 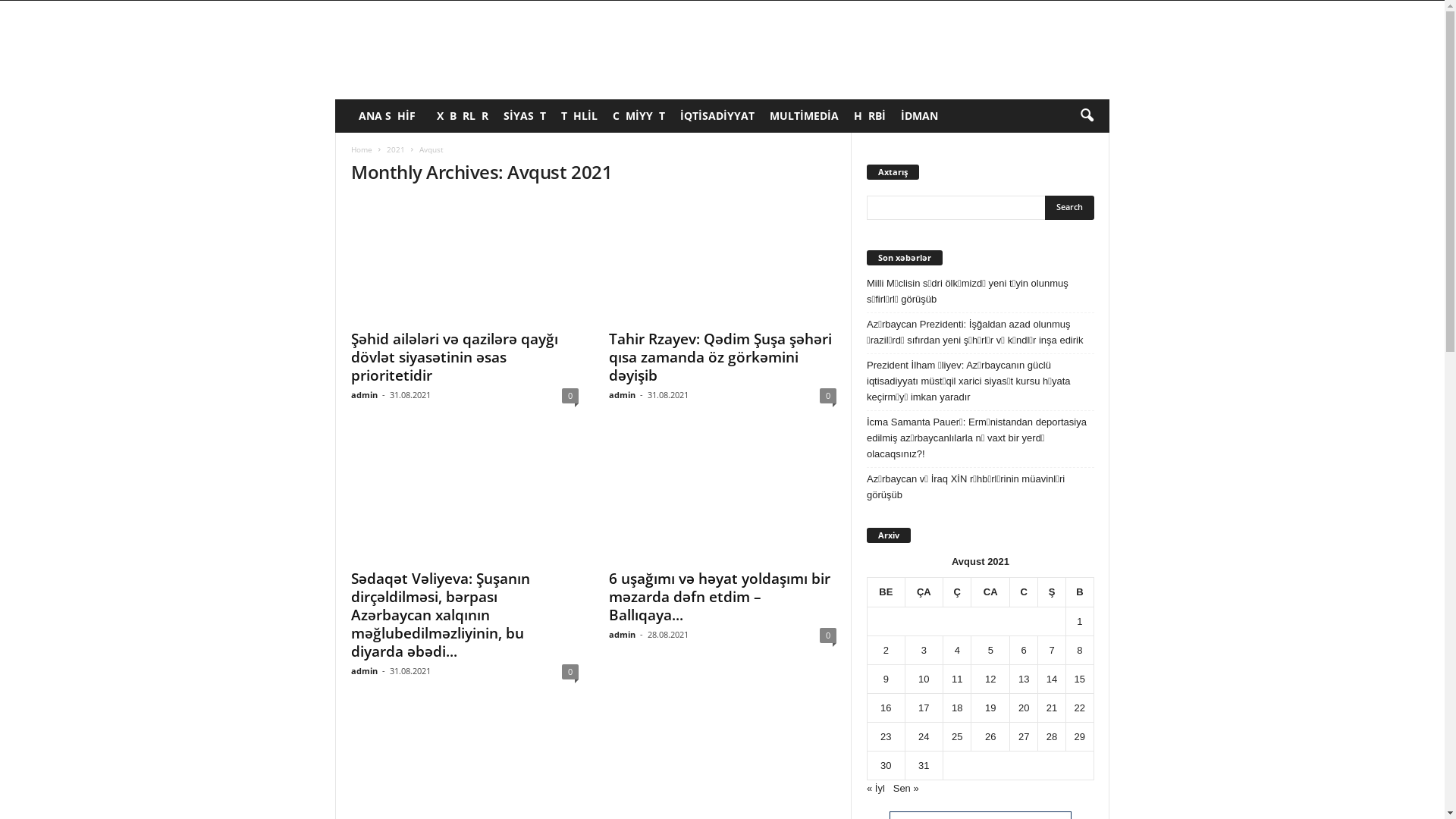 I want to click on '2021', so click(x=386, y=149).